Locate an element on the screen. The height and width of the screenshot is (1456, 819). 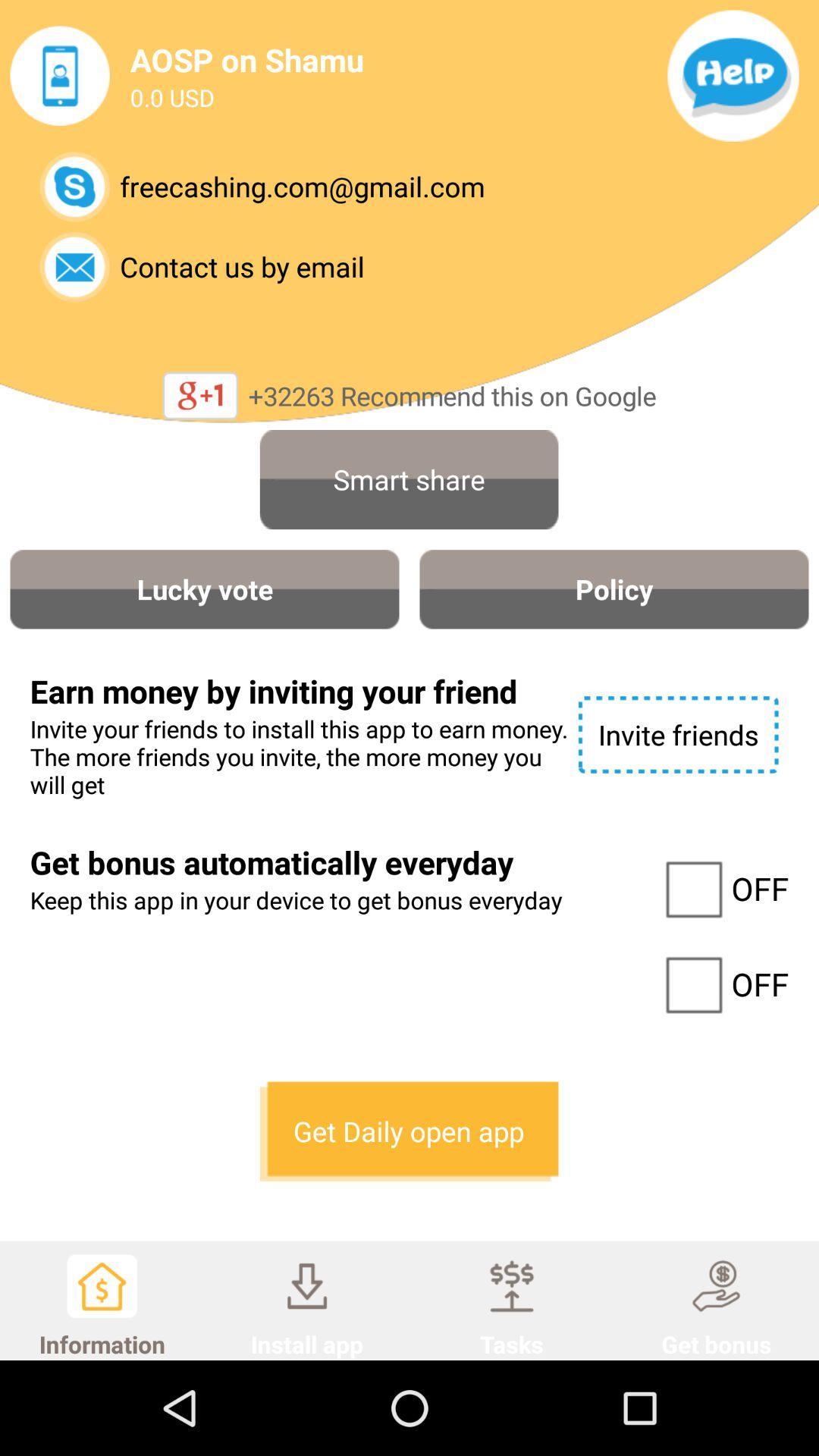
email company is located at coordinates (74, 267).